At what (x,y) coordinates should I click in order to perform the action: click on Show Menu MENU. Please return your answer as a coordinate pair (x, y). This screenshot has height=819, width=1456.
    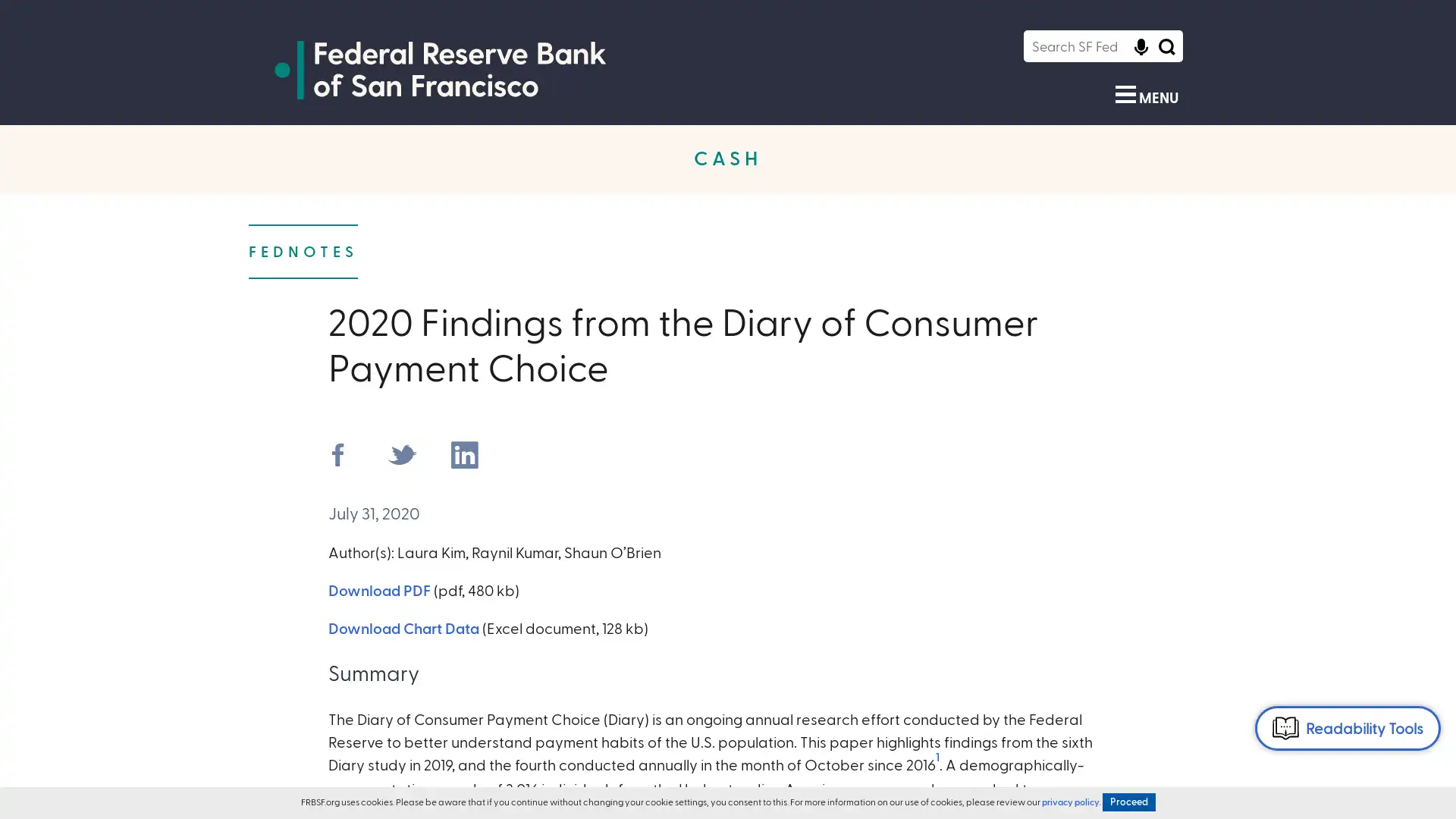
    Looking at the image, I should click on (1145, 96).